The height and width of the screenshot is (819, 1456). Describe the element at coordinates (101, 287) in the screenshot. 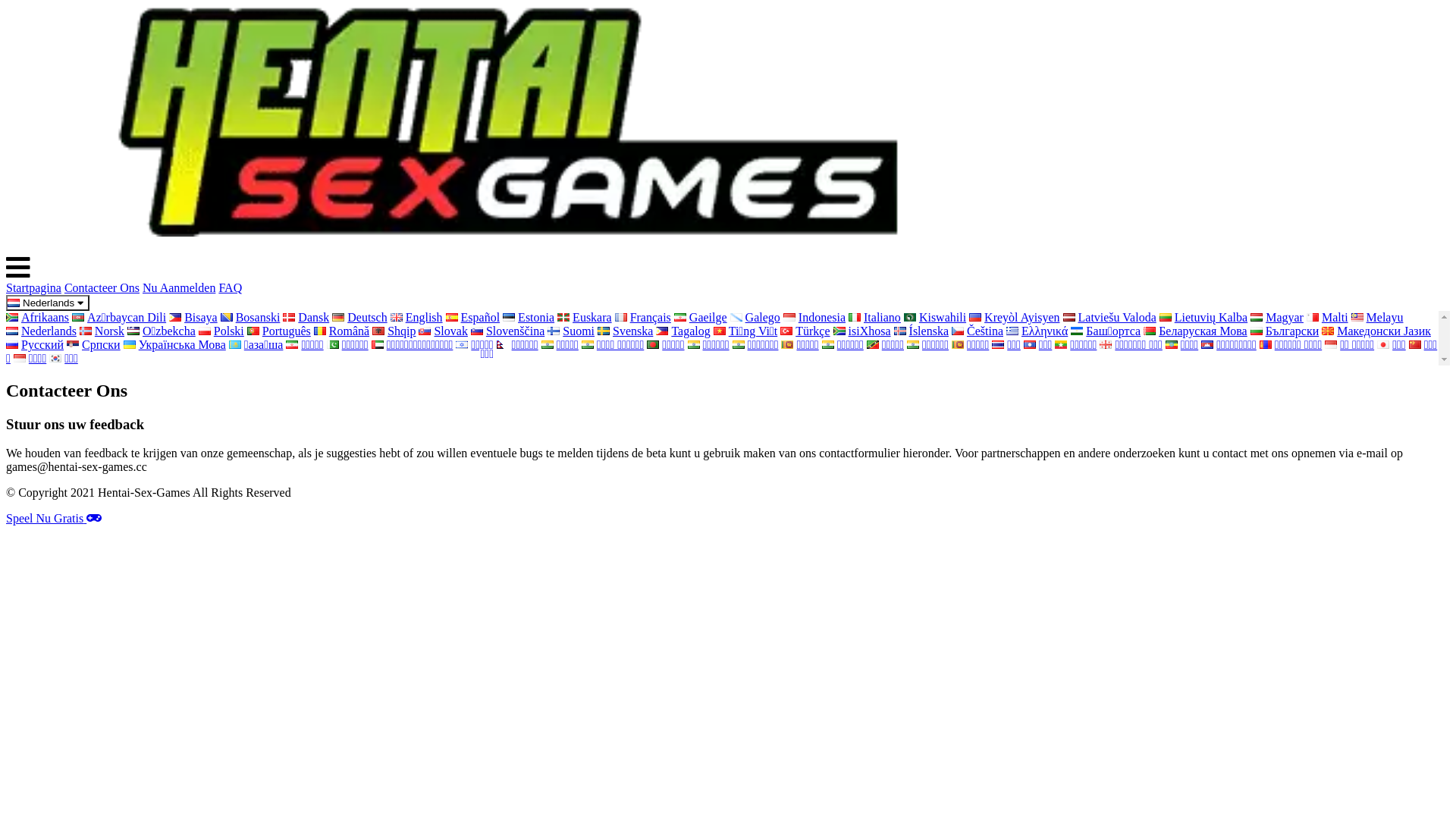

I see `'Contacteer Ons'` at that location.